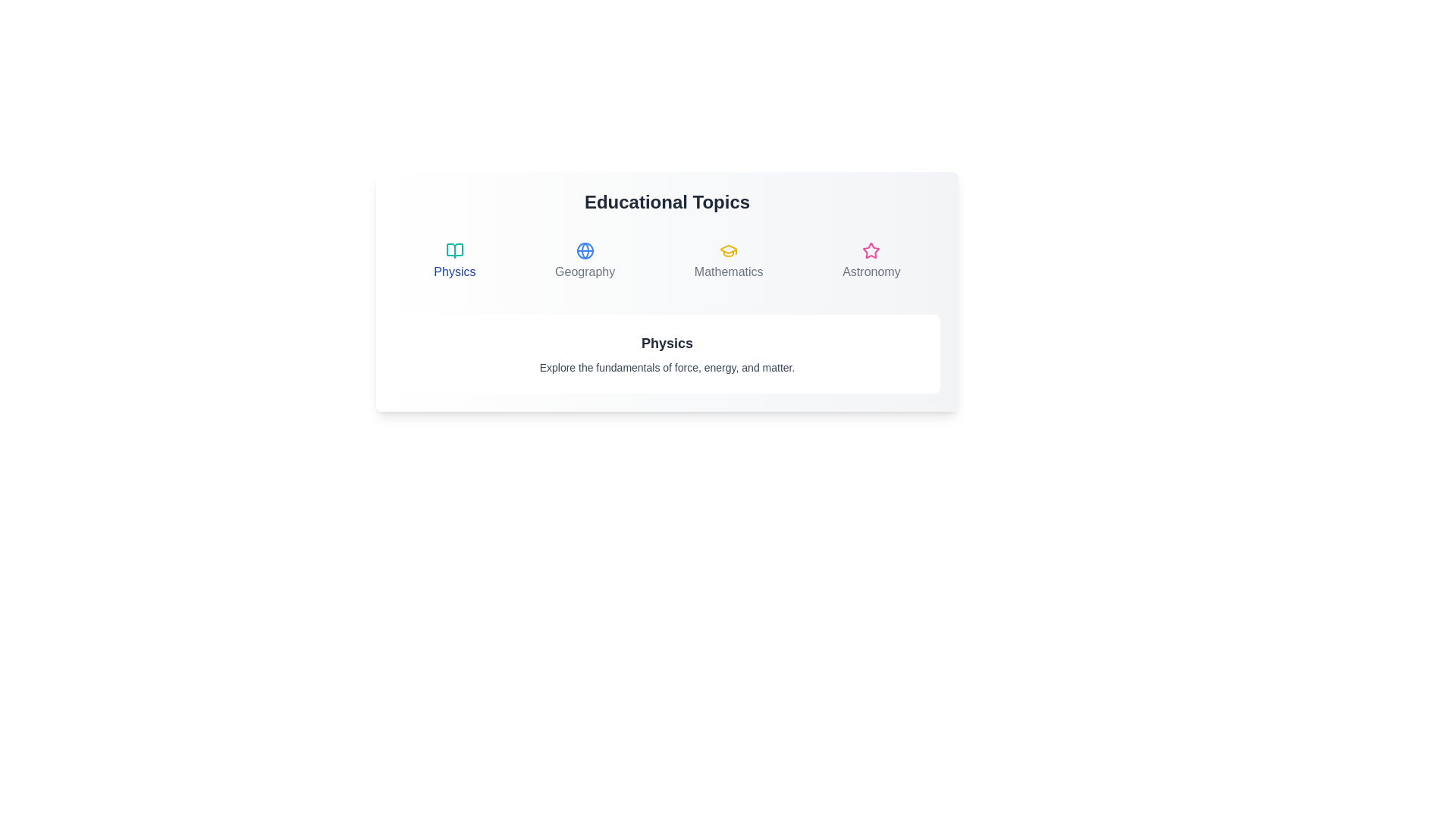 Image resolution: width=1456 pixels, height=819 pixels. I want to click on the Mathematics tab to observe visual feedback, so click(729, 260).